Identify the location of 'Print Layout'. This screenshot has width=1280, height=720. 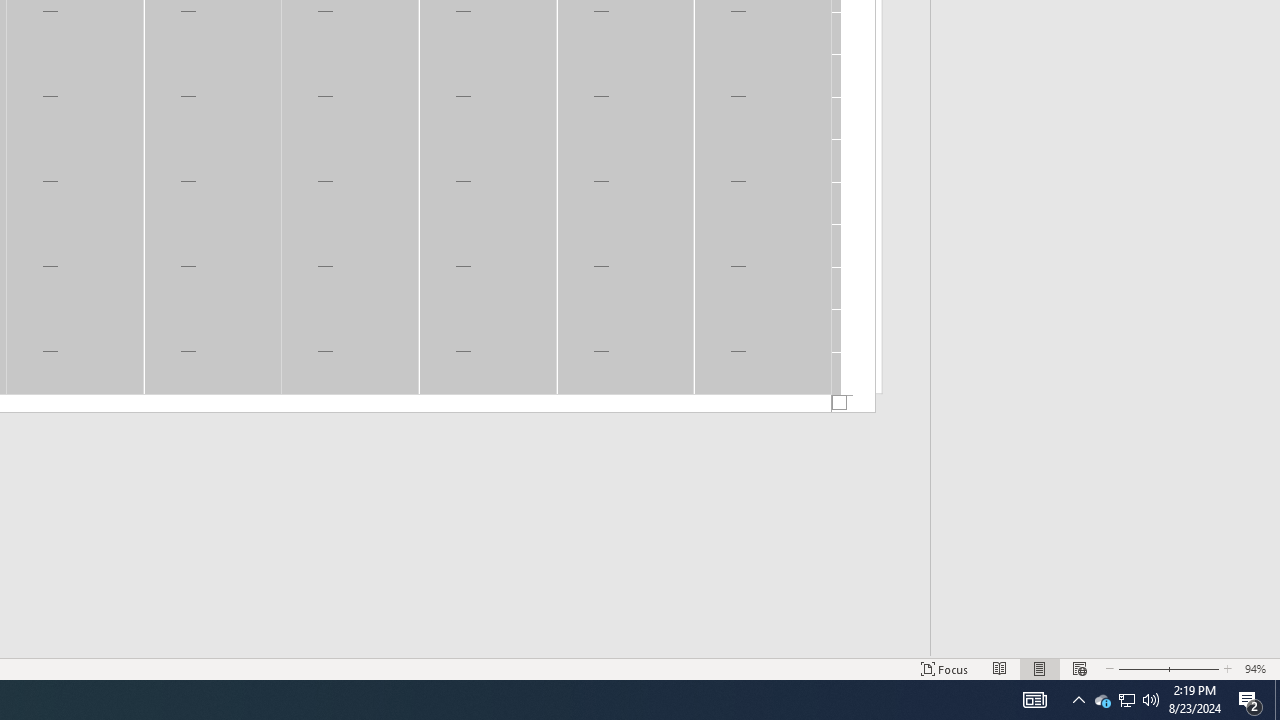
(1040, 669).